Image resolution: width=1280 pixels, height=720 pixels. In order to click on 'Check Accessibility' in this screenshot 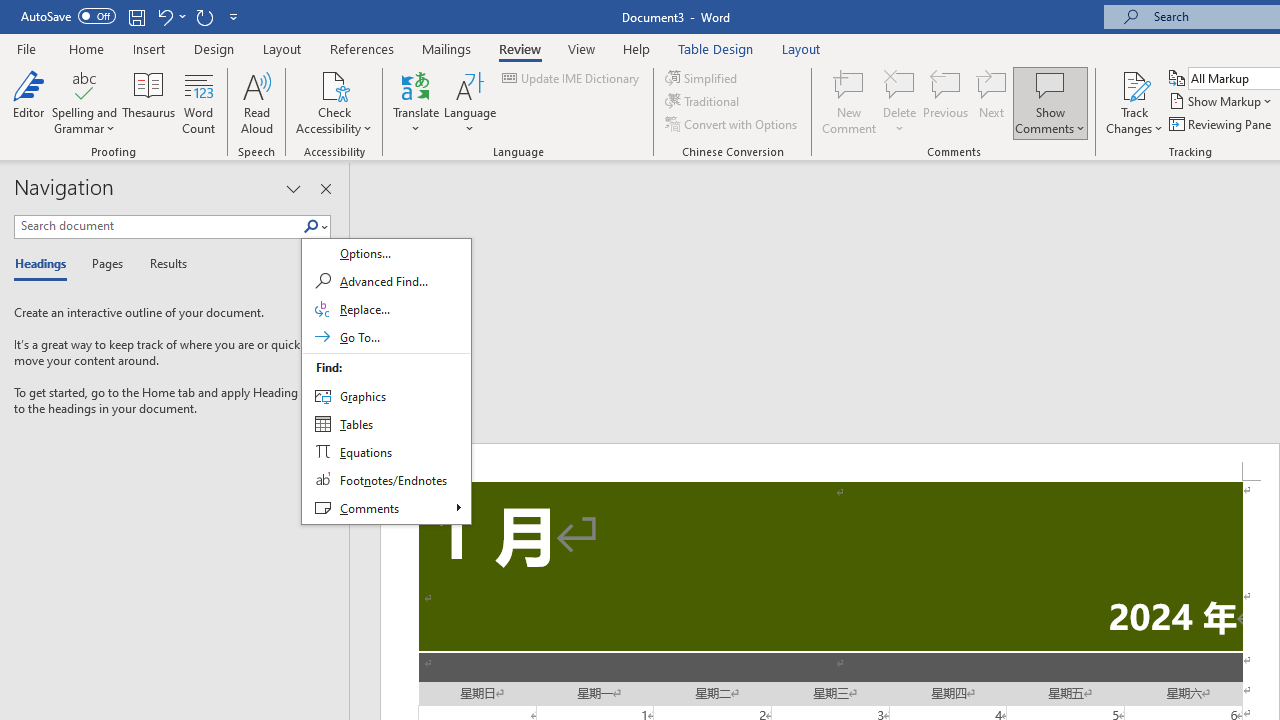, I will do `click(334, 84)`.